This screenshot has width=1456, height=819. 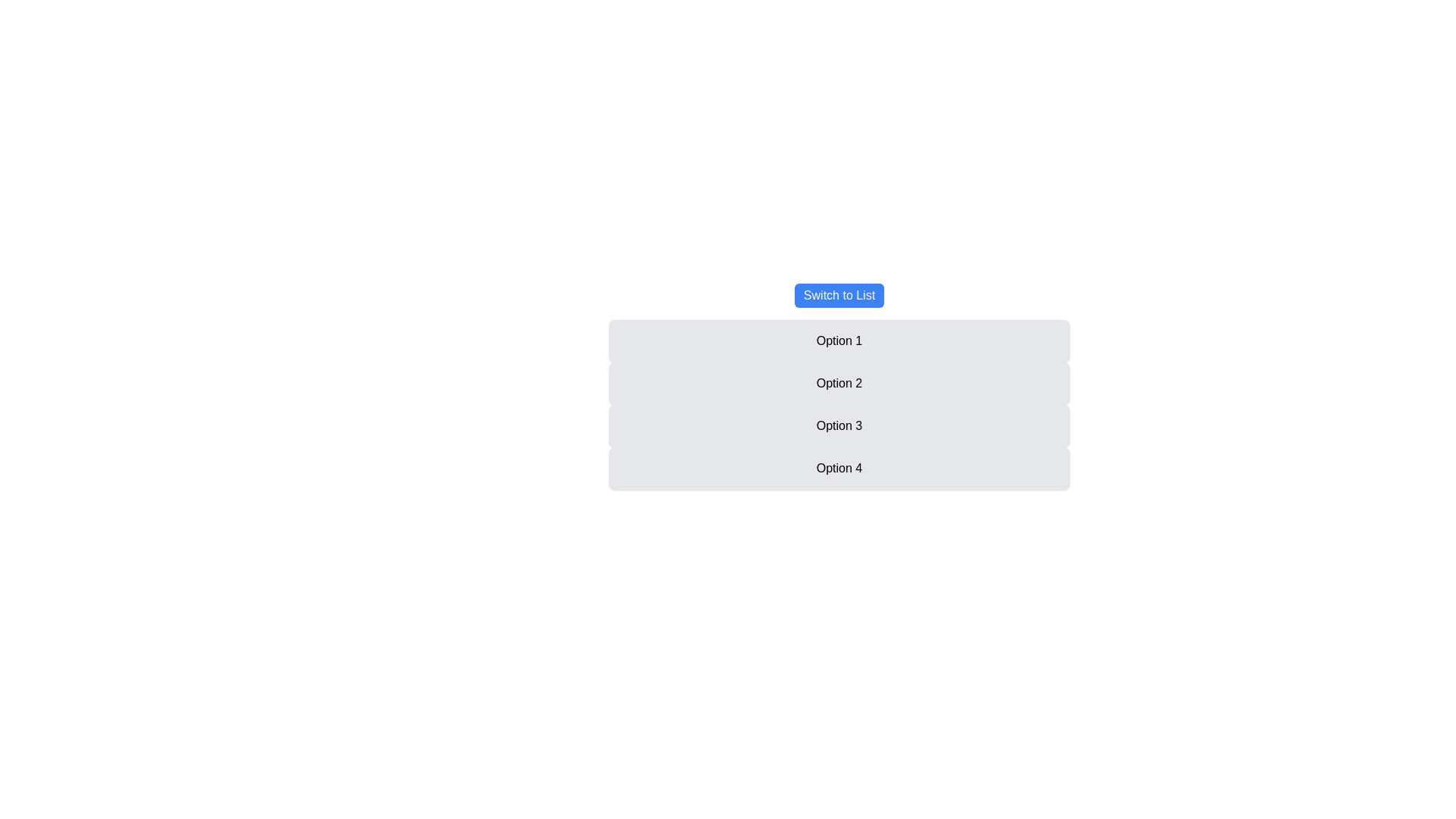 What do you see at coordinates (839, 385) in the screenshot?
I see `the second item in the list, which is positioned below 'Option 1' and above 'Option 3'` at bounding box center [839, 385].